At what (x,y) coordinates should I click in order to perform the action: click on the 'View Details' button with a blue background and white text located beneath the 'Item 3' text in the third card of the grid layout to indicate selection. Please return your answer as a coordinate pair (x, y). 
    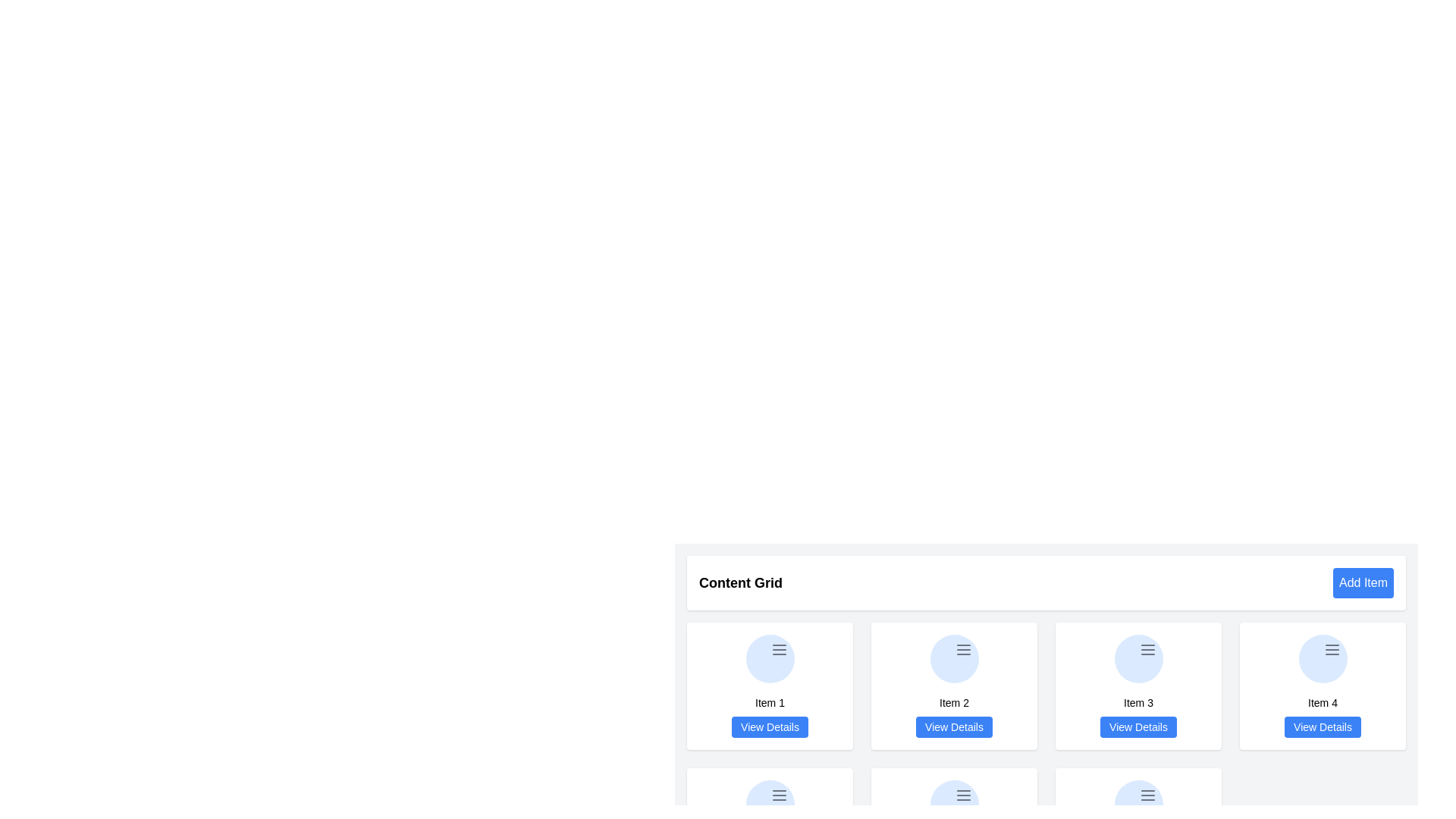
    Looking at the image, I should click on (1138, 726).